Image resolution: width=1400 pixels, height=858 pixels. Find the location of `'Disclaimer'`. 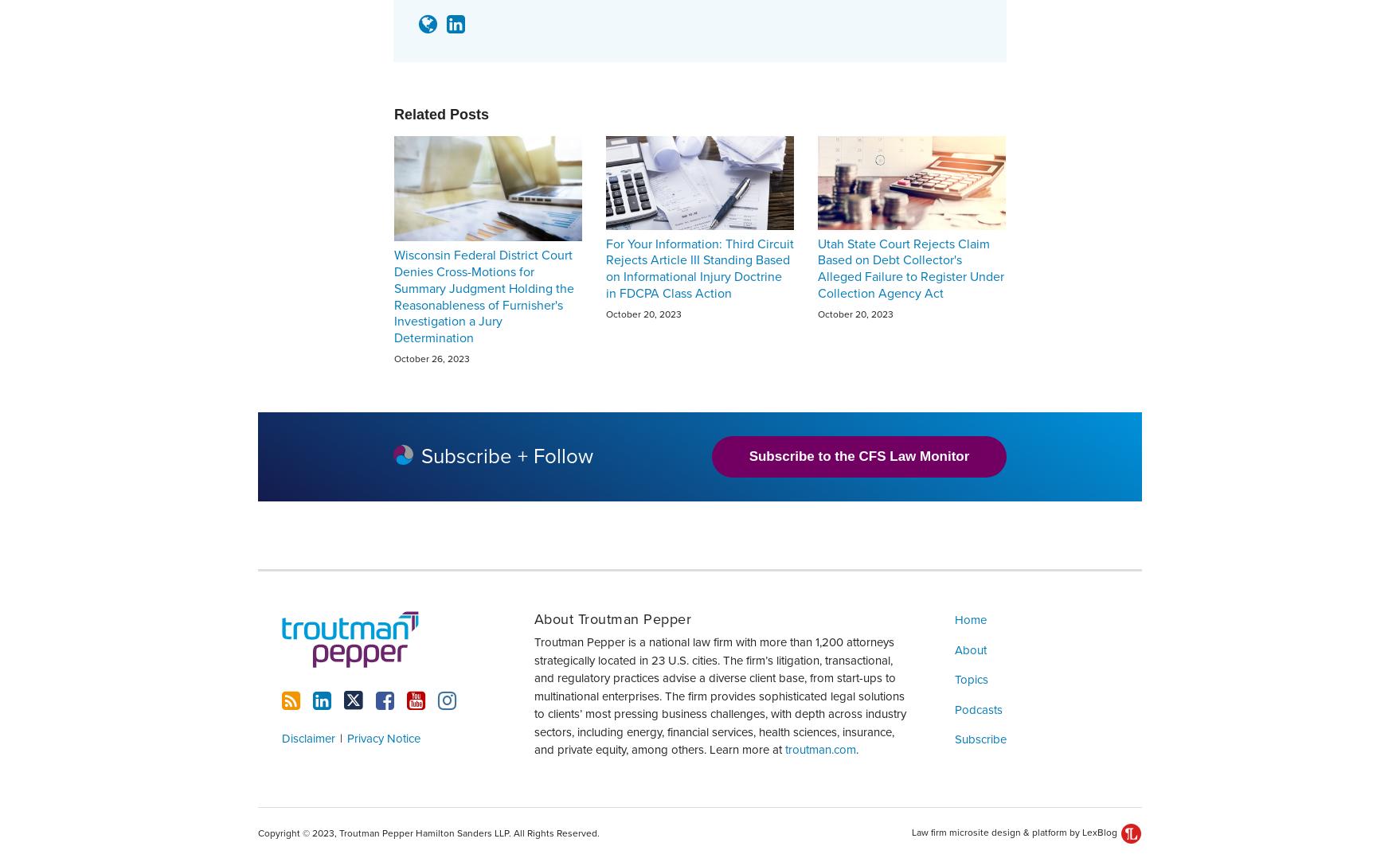

'Disclaimer' is located at coordinates (308, 736).